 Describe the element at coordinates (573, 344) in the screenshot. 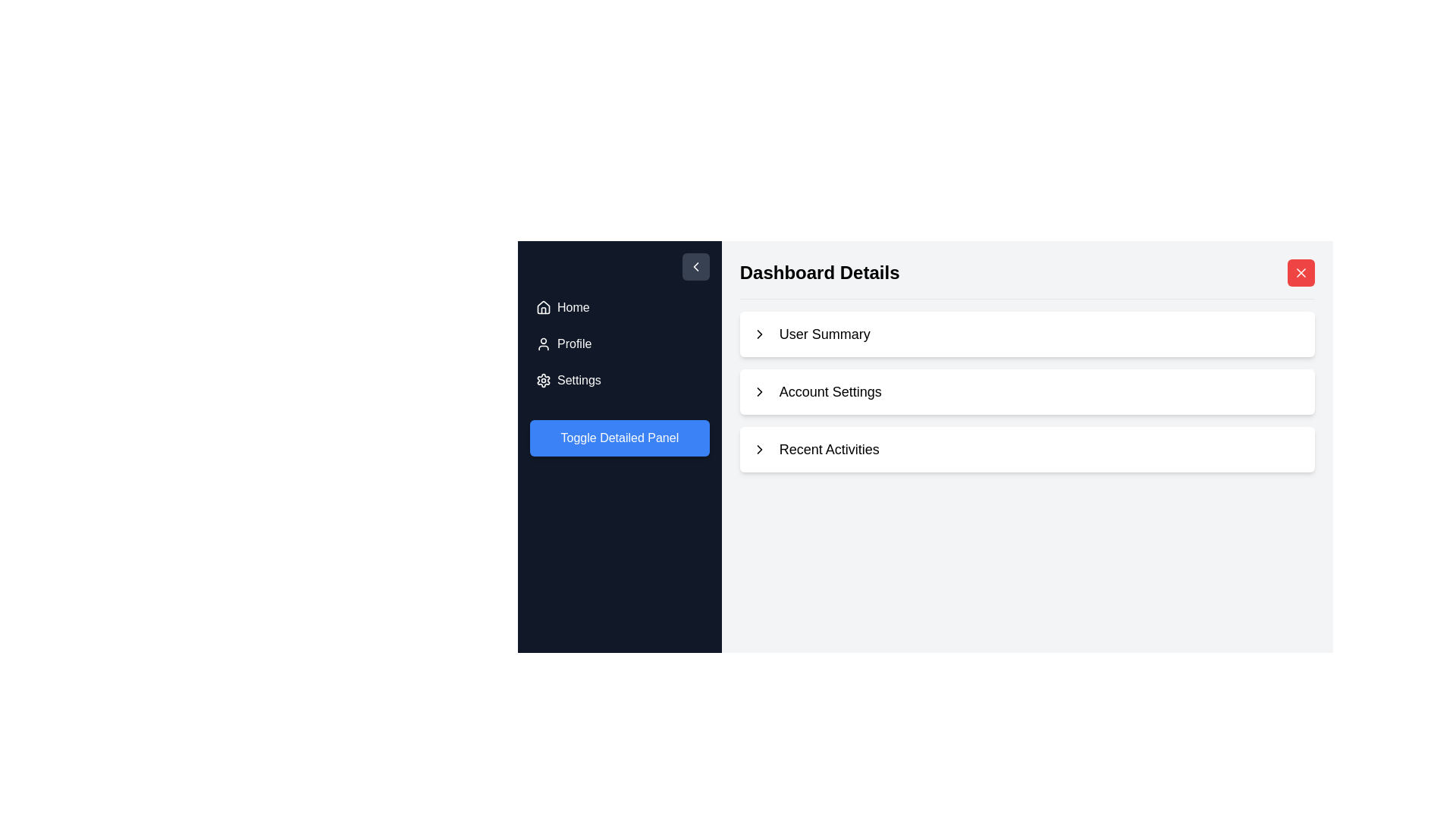

I see `the 'Profile' label in the vertical navigation list` at that location.